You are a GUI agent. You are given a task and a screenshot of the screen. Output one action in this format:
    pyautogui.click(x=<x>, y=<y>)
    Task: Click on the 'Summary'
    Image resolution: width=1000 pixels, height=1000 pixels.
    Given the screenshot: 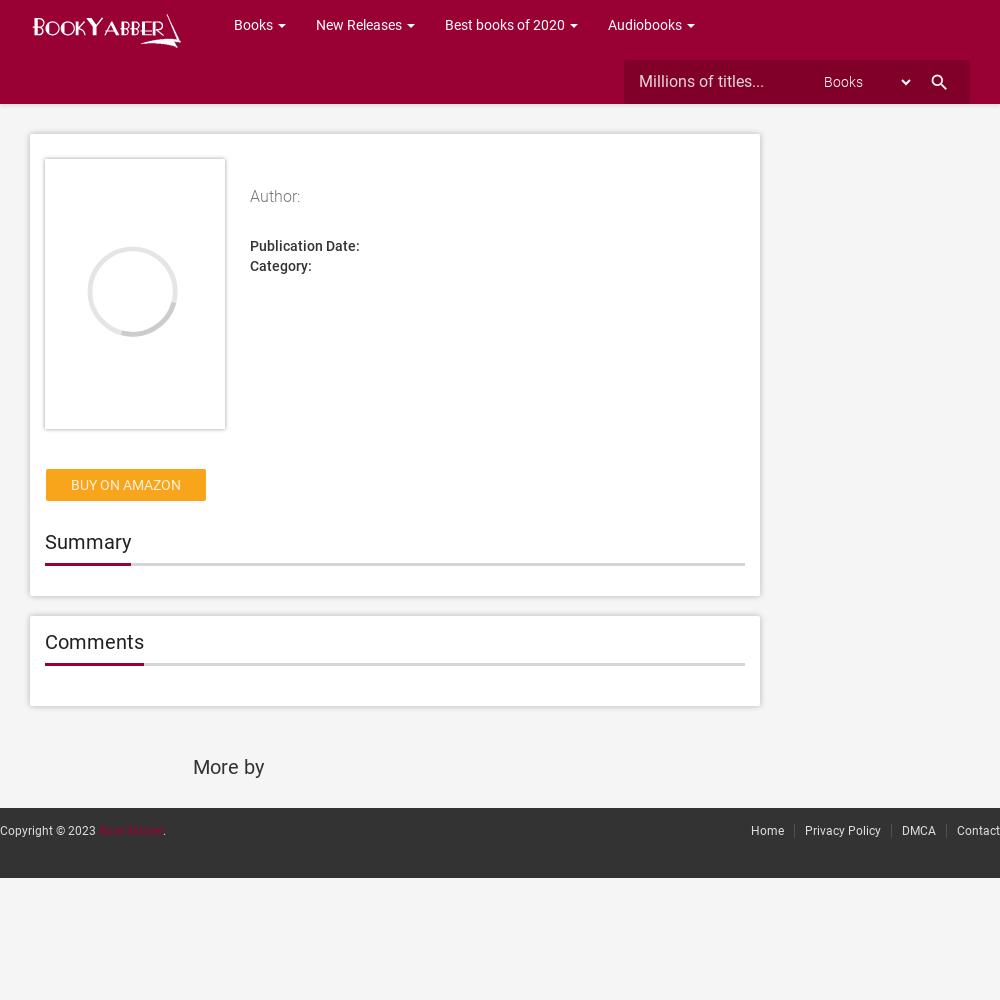 What is the action you would take?
    pyautogui.click(x=45, y=542)
    